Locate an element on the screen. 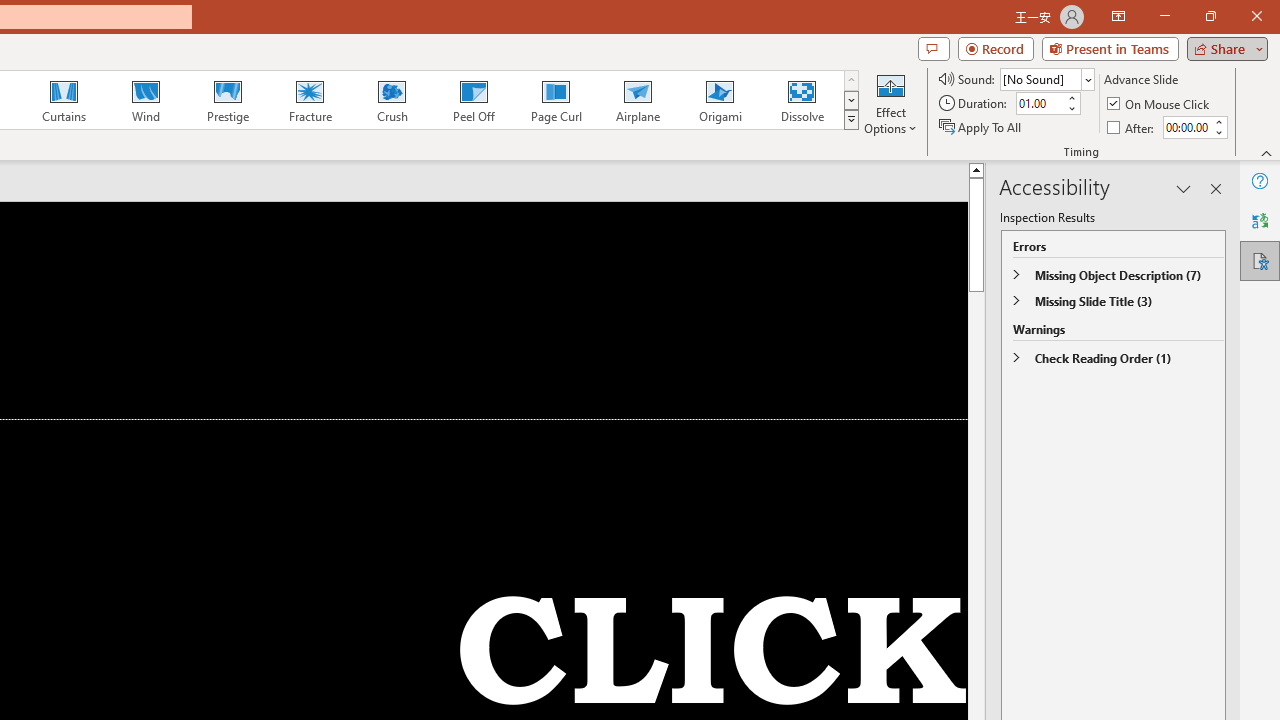 The image size is (1280, 720). 'Airplane' is located at coordinates (636, 100).